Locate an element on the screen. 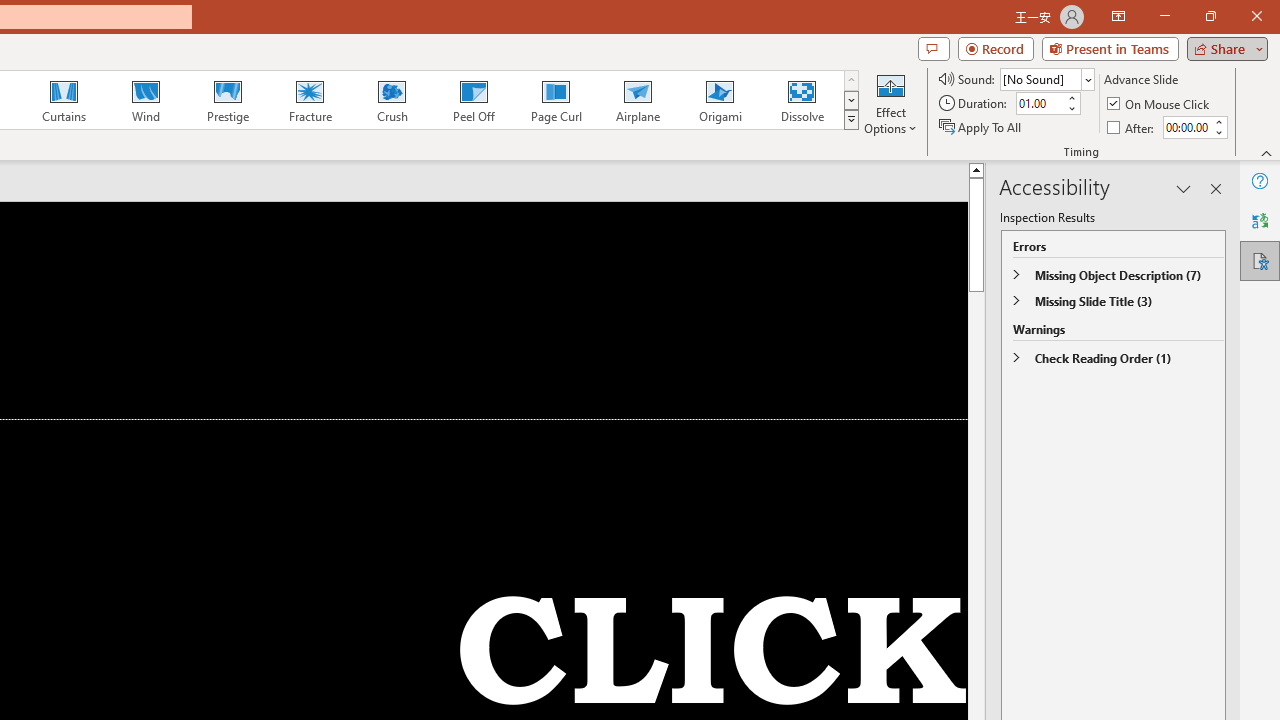 The image size is (1280, 720). 'Airplane' is located at coordinates (636, 100).